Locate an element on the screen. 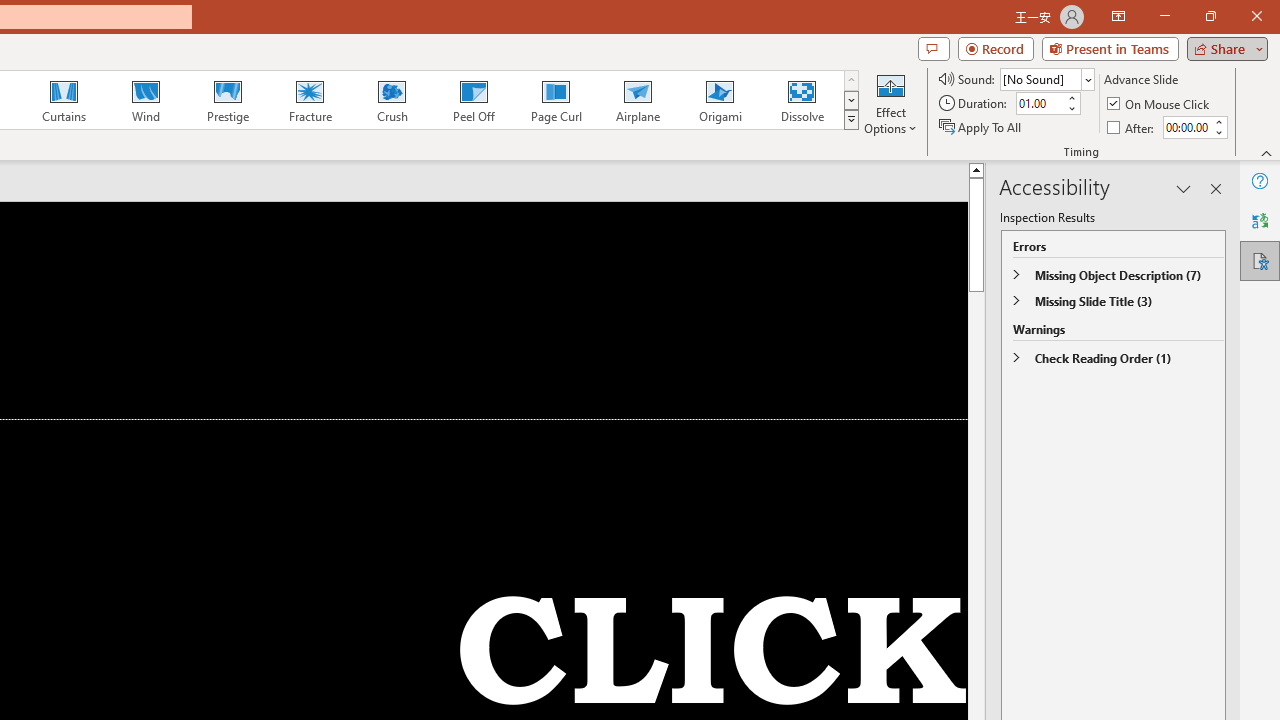 The image size is (1280, 720). 'Airplane' is located at coordinates (636, 100).